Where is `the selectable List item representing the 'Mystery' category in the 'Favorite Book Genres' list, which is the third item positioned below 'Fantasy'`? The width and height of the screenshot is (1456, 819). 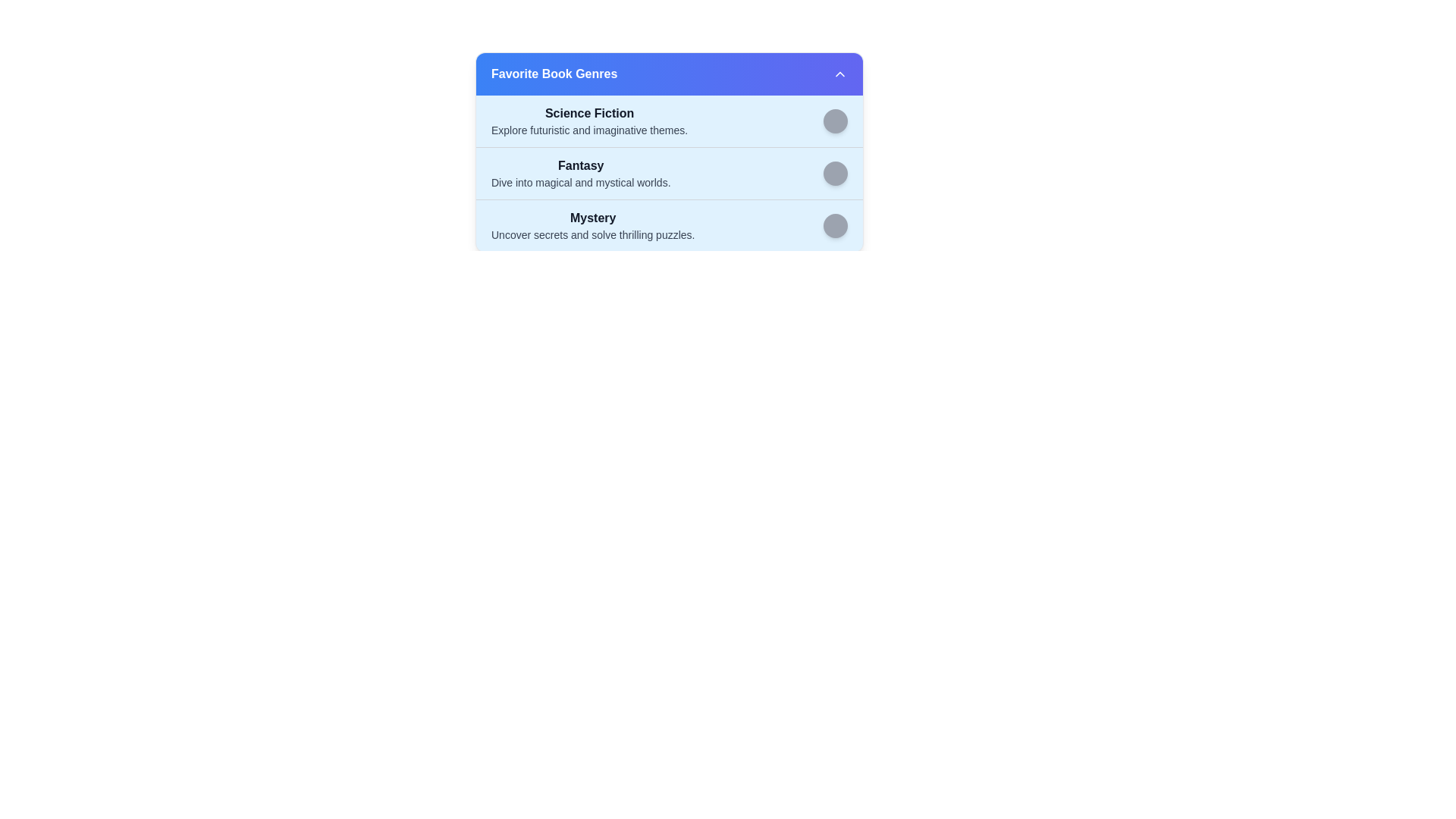
the selectable List item representing the 'Mystery' category in the 'Favorite Book Genres' list, which is the third item positioned below 'Fantasy' is located at coordinates (669, 225).